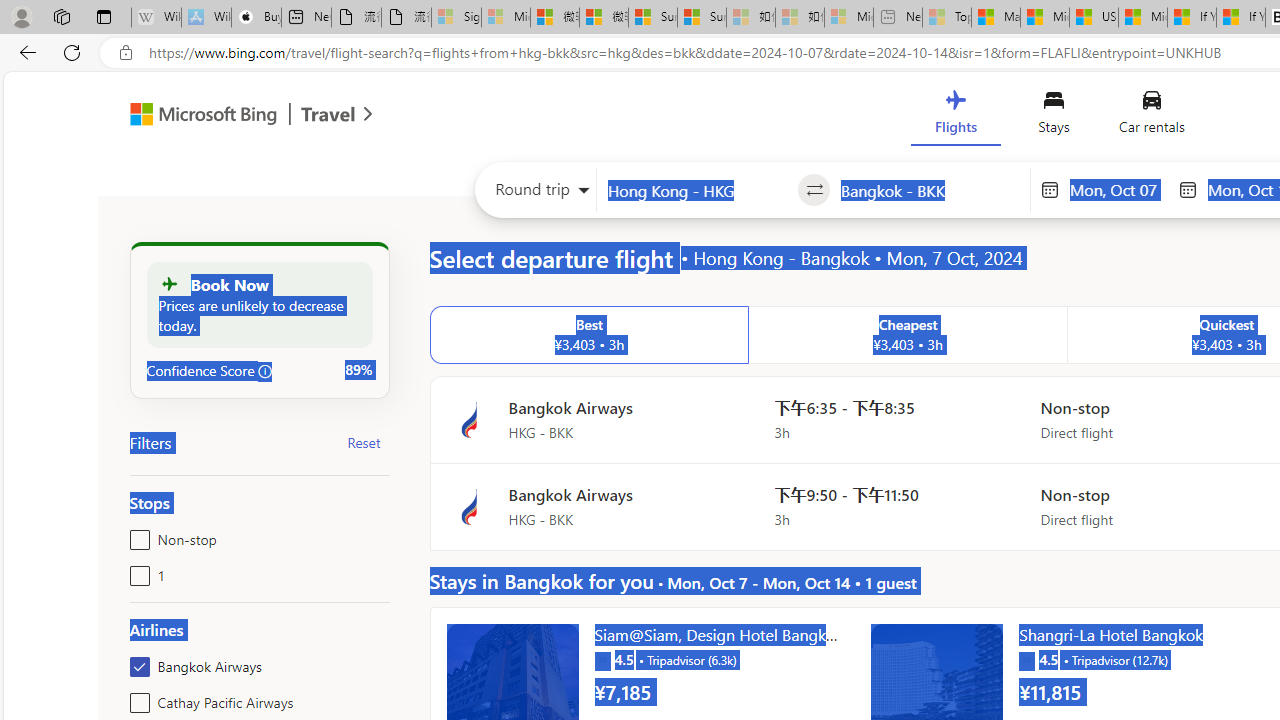 This screenshot has height=720, width=1280. I want to click on 'Travel', so click(328, 117).